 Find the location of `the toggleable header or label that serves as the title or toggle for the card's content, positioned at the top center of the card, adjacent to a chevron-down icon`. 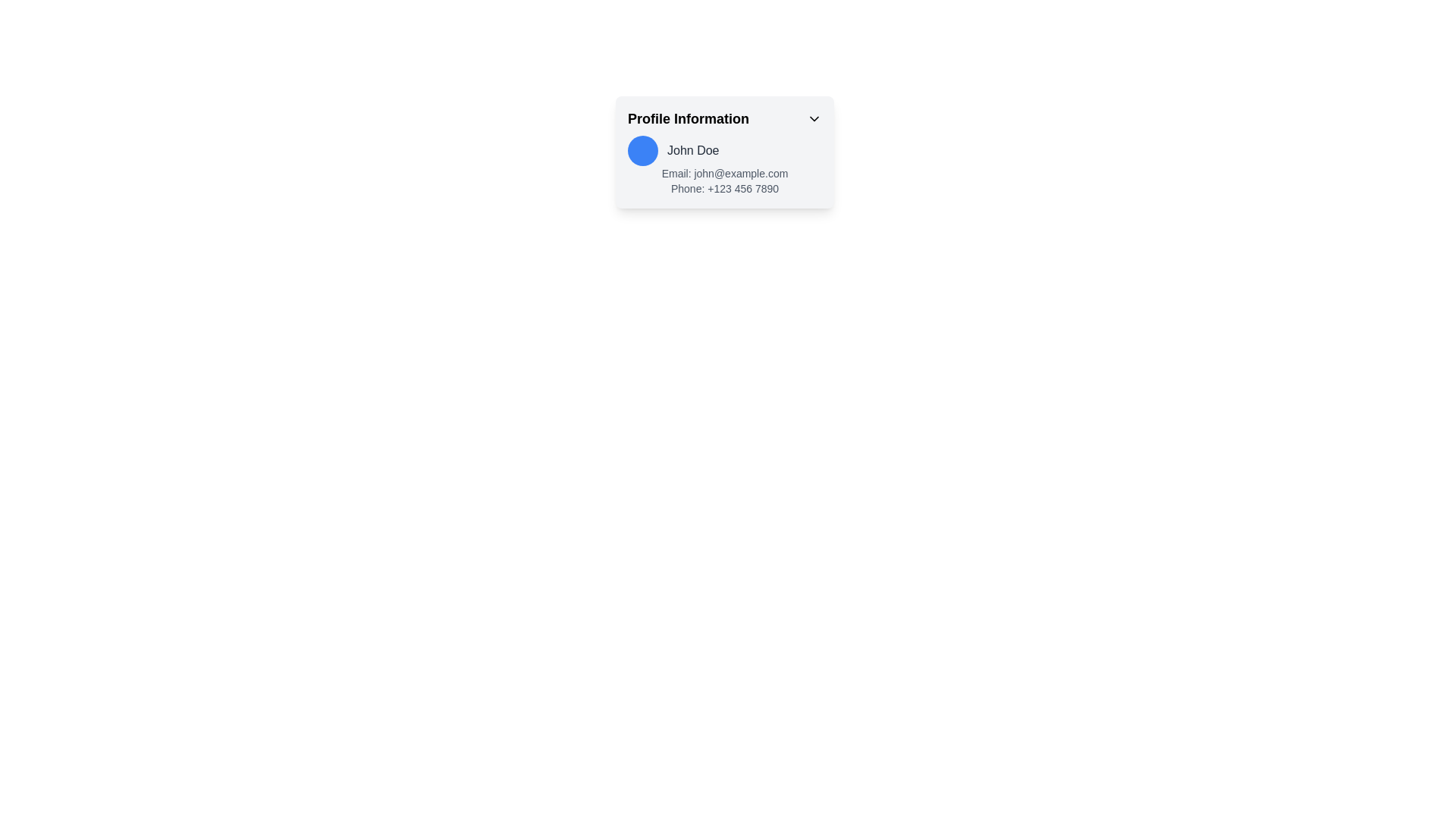

the toggleable header or label that serves as the title or toggle for the card's content, positioned at the top center of the card, adjacent to a chevron-down icon is located at coordinates (723, 118).